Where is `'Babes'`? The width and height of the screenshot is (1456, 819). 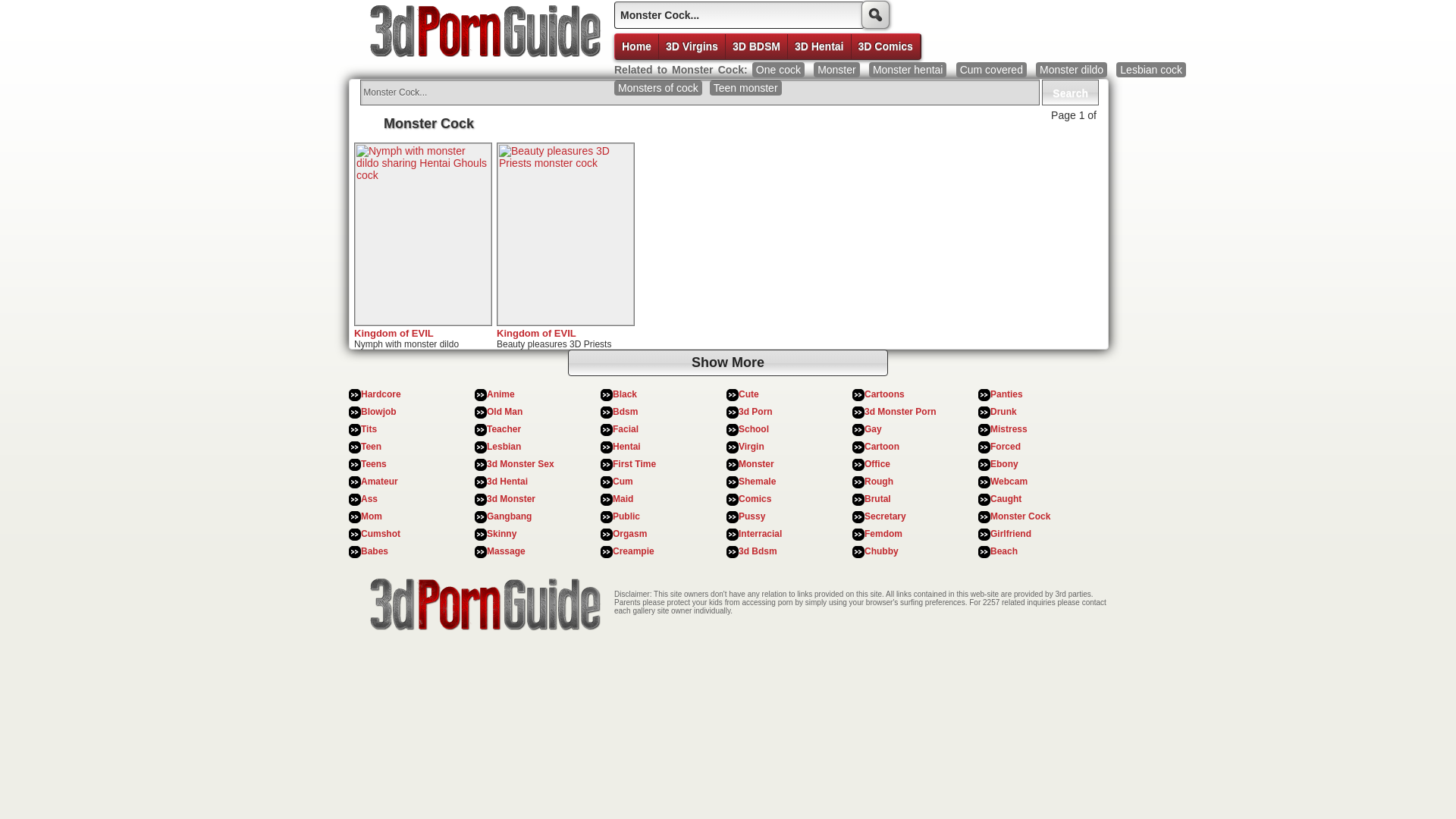 'Babes' is located at coordinates (375, 551).